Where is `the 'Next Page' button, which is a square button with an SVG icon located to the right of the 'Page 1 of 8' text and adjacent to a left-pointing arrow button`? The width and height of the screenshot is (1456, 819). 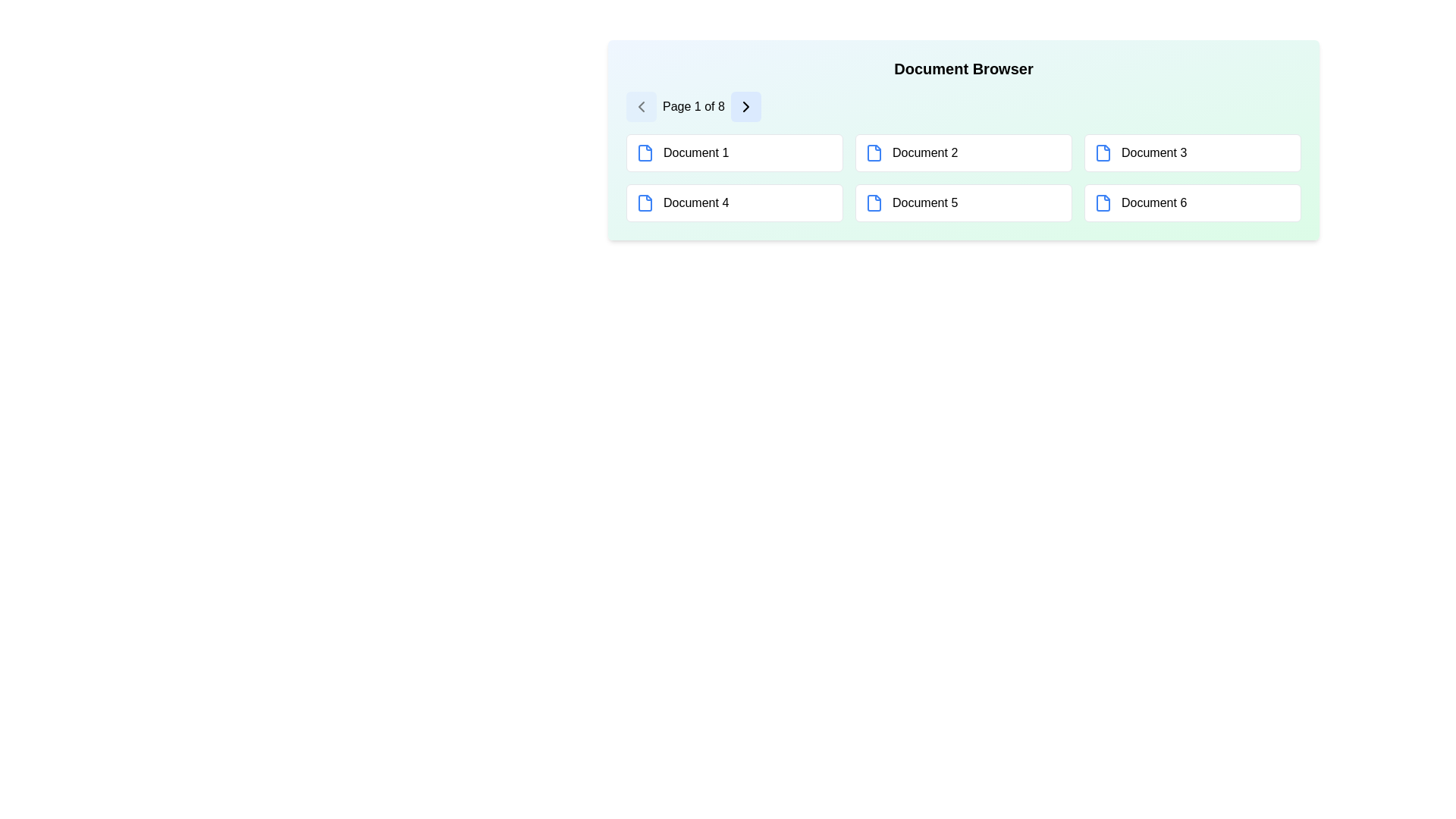 the 'Next Page' button, which is a square button with an SVG icon located to the right of the 'Page 1 of 8' text and adjacent to a left-pointing arrow button is located at coordinates (745, 106).